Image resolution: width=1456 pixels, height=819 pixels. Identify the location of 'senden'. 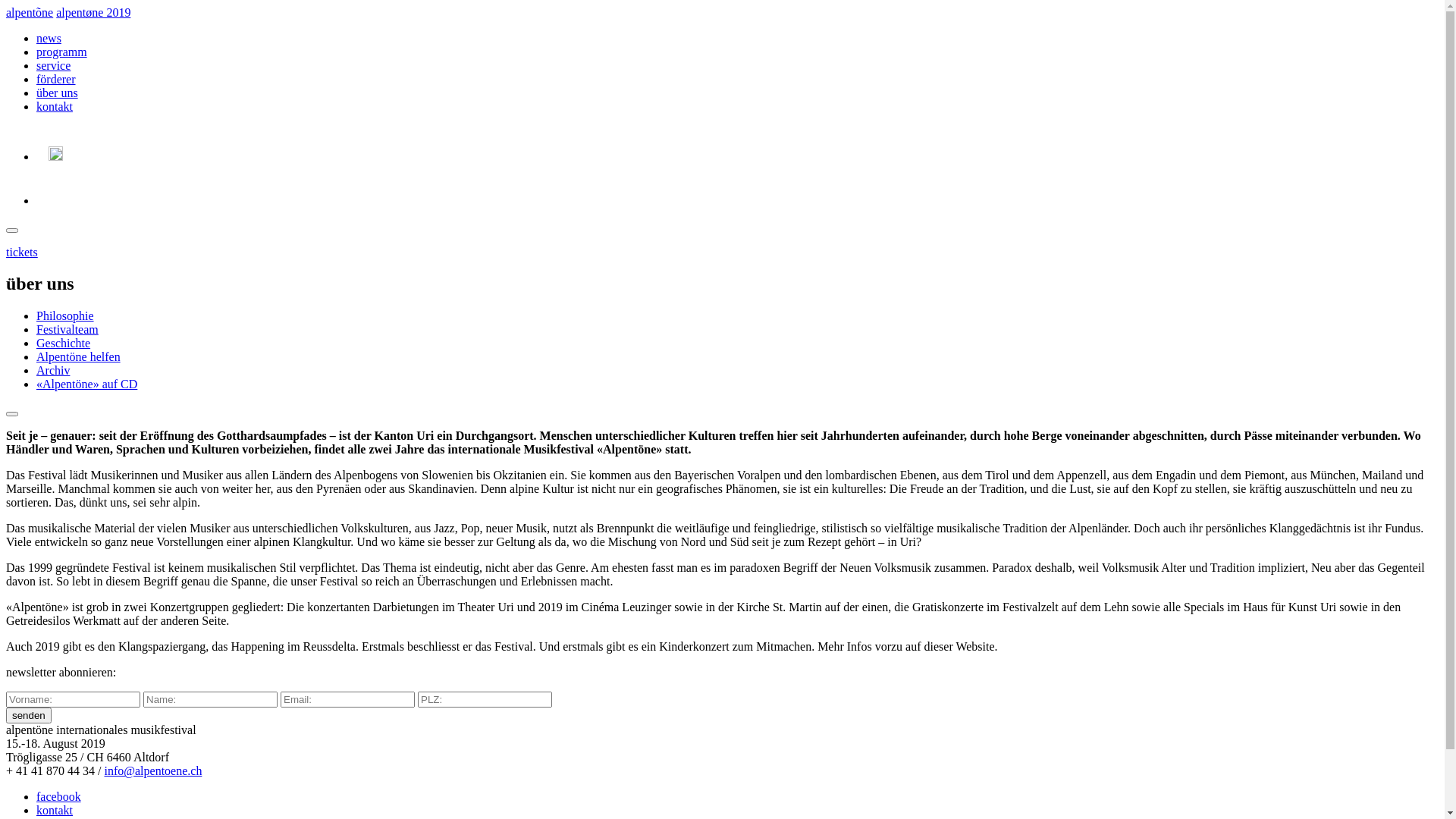
(29, 715).